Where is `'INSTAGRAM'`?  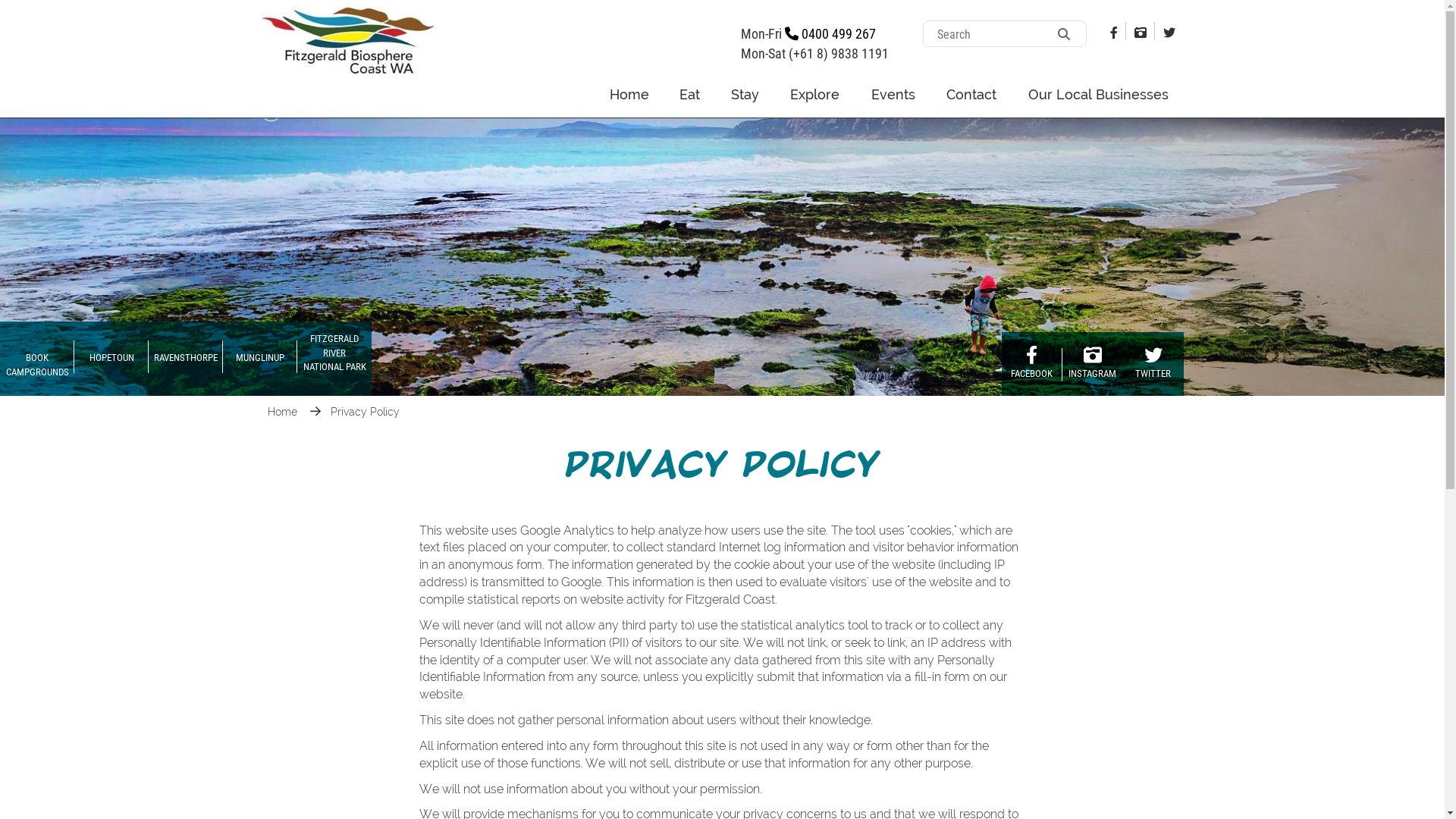 'INSTAGRAM' is located at coordinates (1092, 363).